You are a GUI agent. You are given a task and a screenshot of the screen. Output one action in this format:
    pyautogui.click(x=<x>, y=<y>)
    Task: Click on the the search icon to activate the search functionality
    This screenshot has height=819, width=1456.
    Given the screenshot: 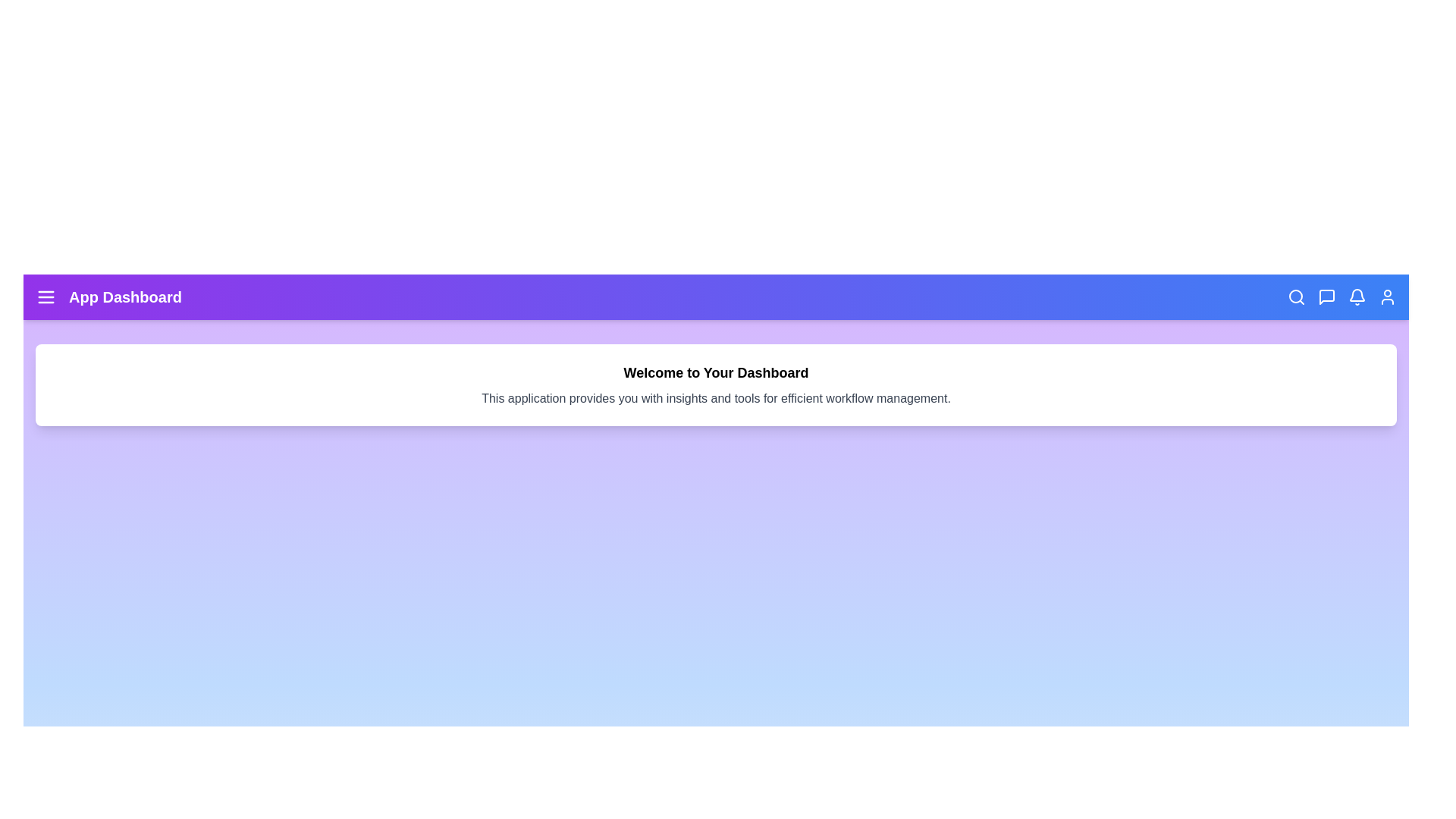 What is the action you would take?
    pyautogui.click(x=1295, y=297)
    